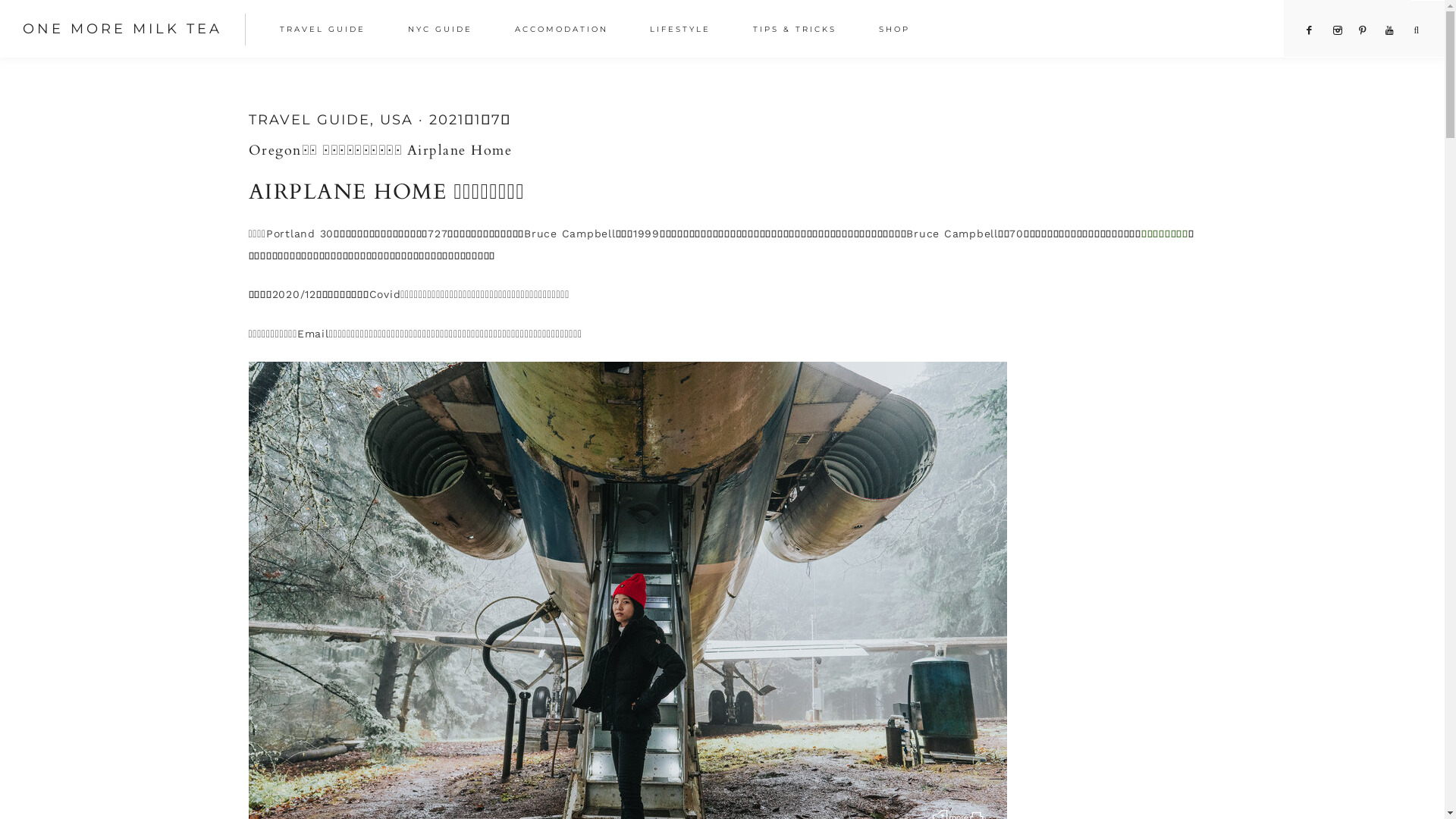  I want to click on 'ACCOMODATION', so click(498, 31).